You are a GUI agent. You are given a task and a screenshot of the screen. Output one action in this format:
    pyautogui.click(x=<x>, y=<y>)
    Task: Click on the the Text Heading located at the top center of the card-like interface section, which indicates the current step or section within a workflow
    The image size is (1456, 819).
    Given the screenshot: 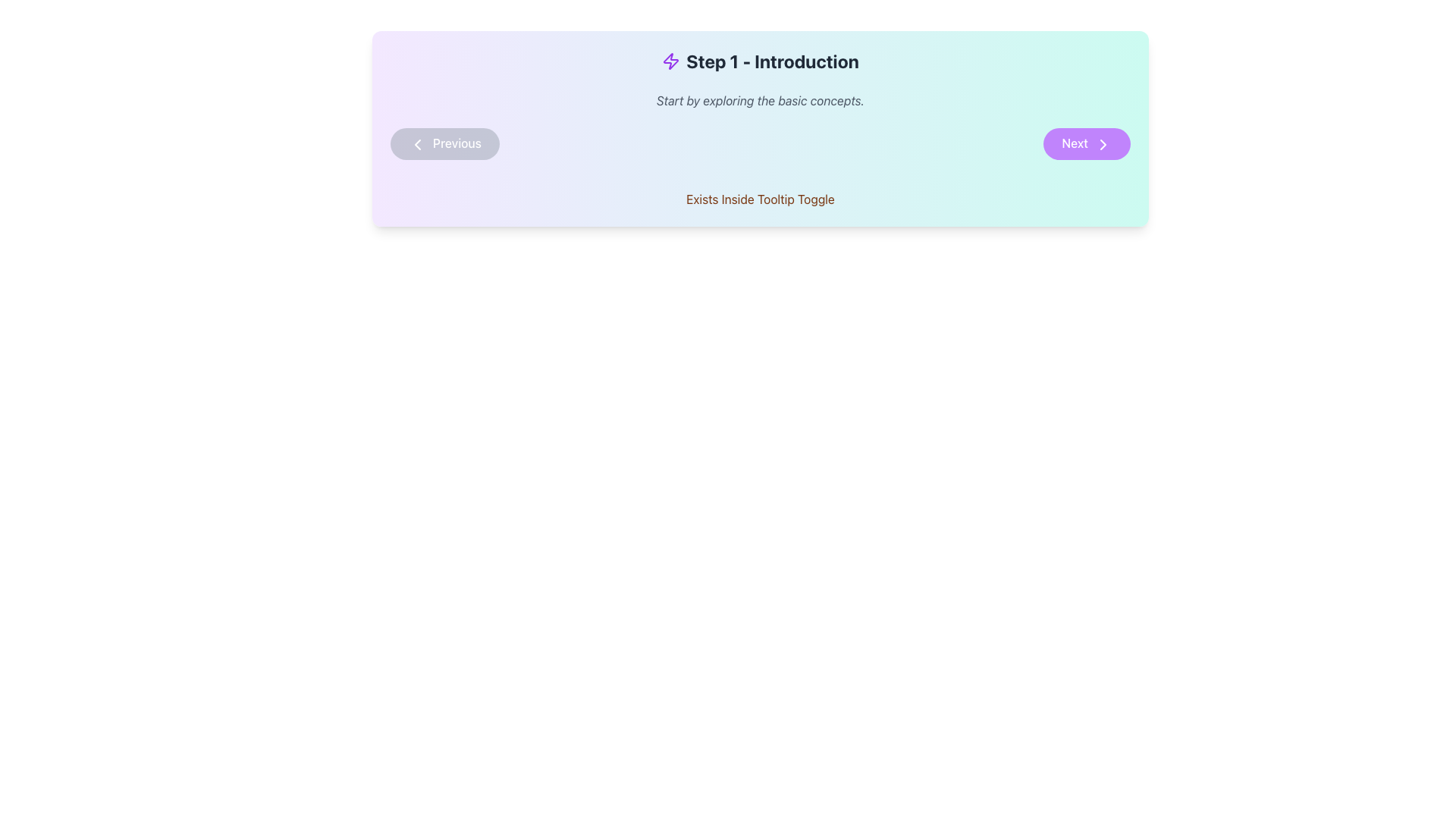 What is the action you would take?
    pyautogui.click(x=761, y=61)
    